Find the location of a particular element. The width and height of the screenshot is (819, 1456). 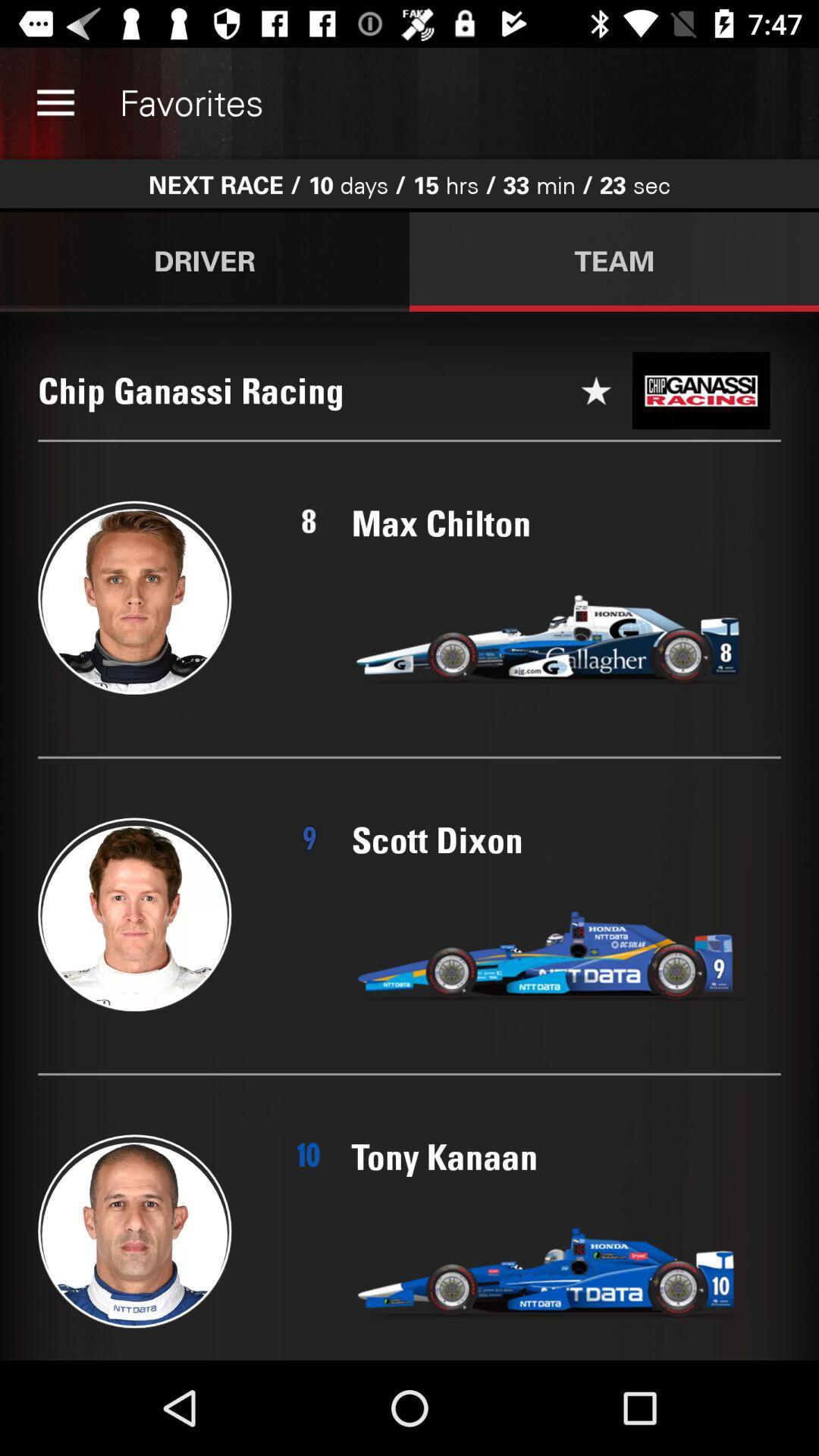

the item above driver icon is located at coordinates (55, 102).